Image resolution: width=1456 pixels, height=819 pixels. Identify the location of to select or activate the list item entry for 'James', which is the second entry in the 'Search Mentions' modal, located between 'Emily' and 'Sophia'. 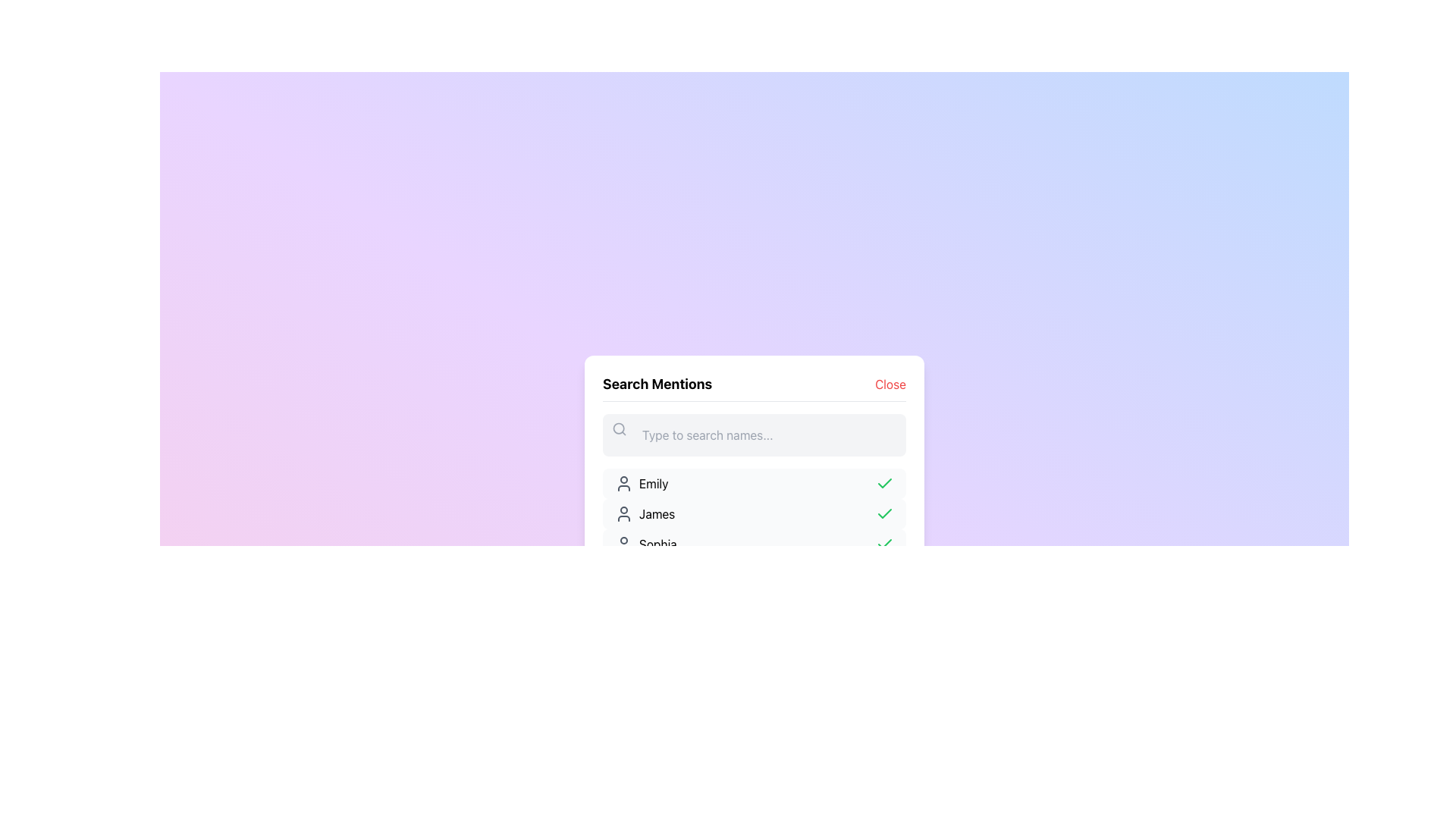
(754, 528).